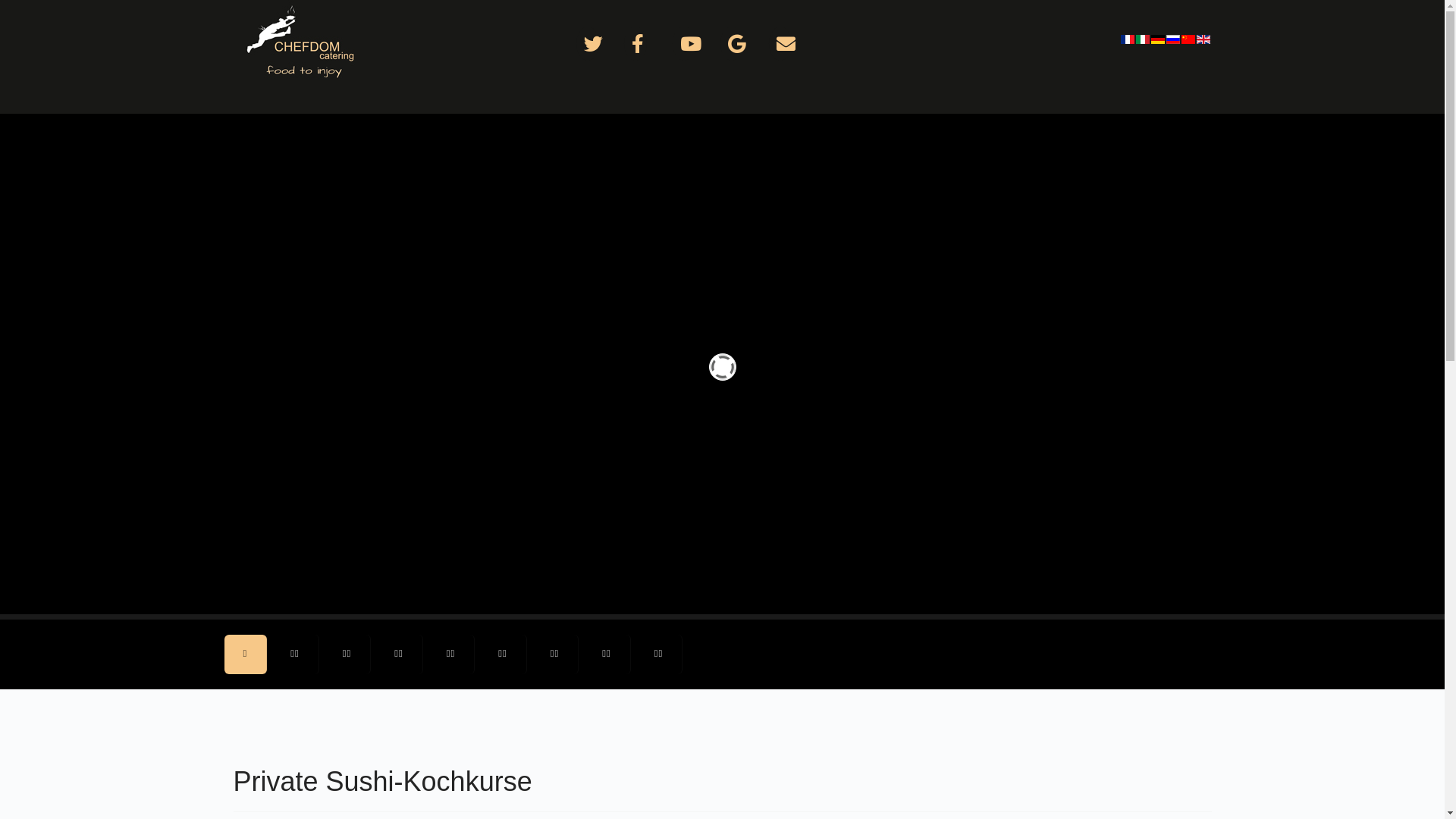 Image resolution: width=1456 pixels, height=819 pixels. Describe the element at coordinates (1143, 38) in the screenshot. I see `'Italiano - Home'` at that location.